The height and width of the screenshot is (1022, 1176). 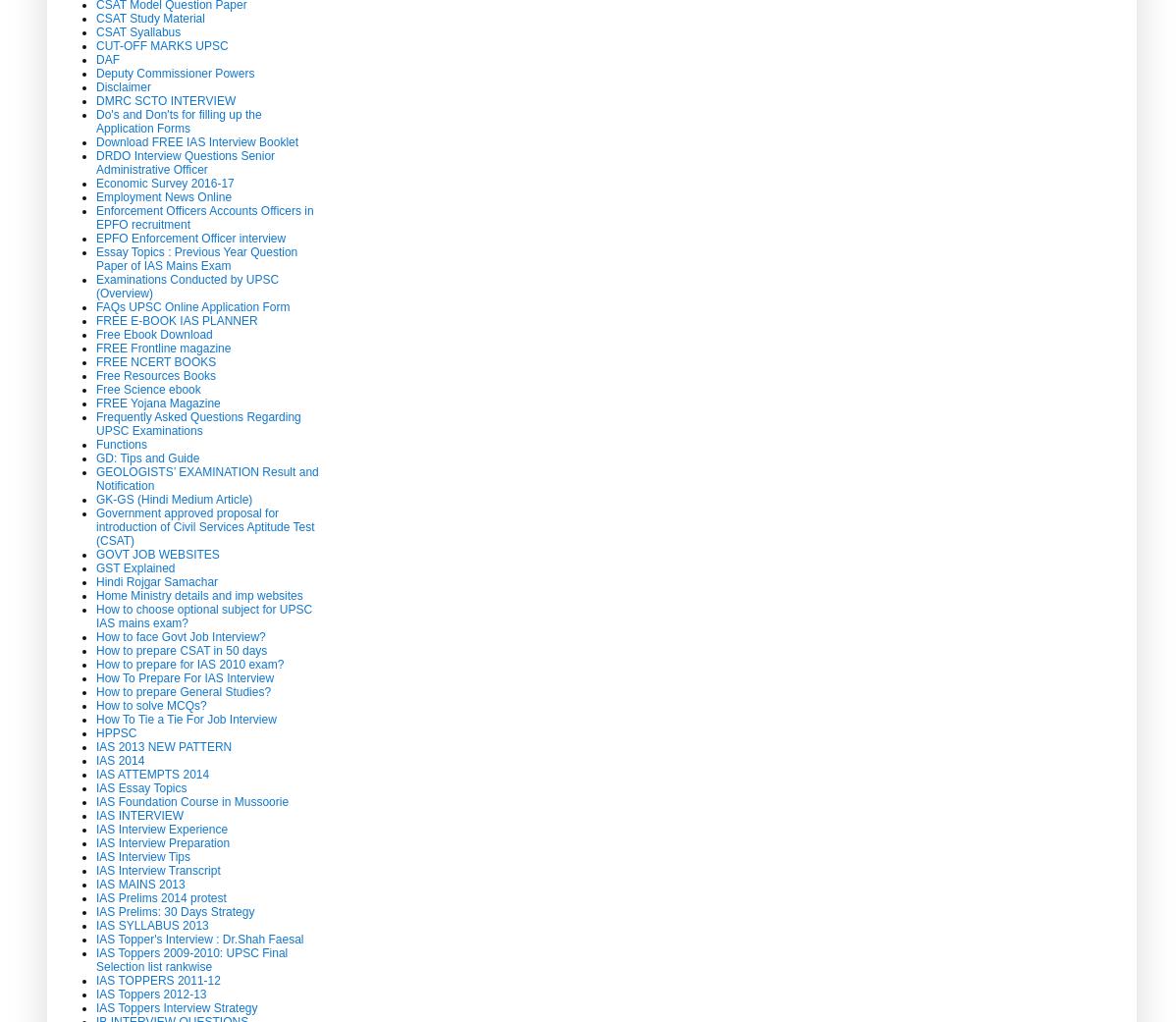 What do you see at coordinates (153, 333) in the screenshot?
I see `'Free Ebook Download'` at bounding box center [153, 333].